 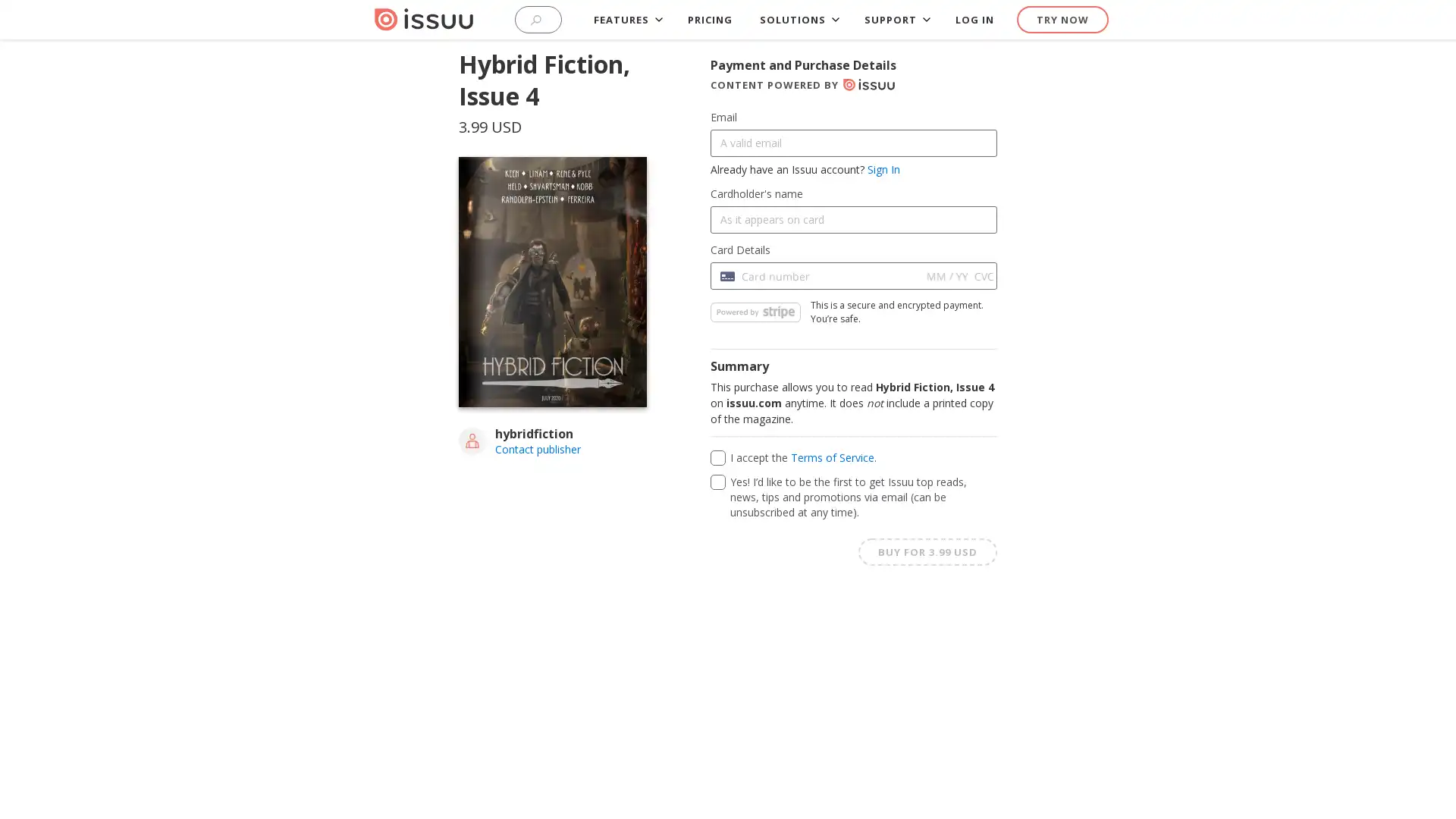 What do you see at coordinates (927, 551) in the screenshot?
I see `BUY FOR3.99 USD` at bounding box center [927, 551].